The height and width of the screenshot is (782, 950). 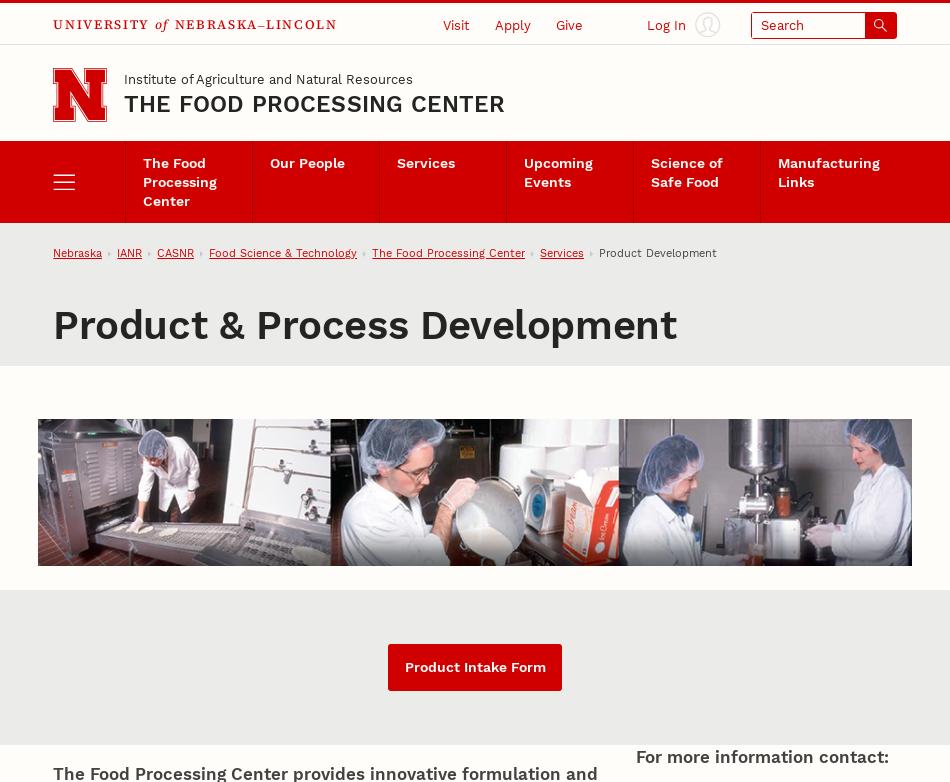 What do you see at coordinates (566, 201) in the screenshot?
I see `'Online Food Safety Courses 2023'` at bounding box center [566, 201].